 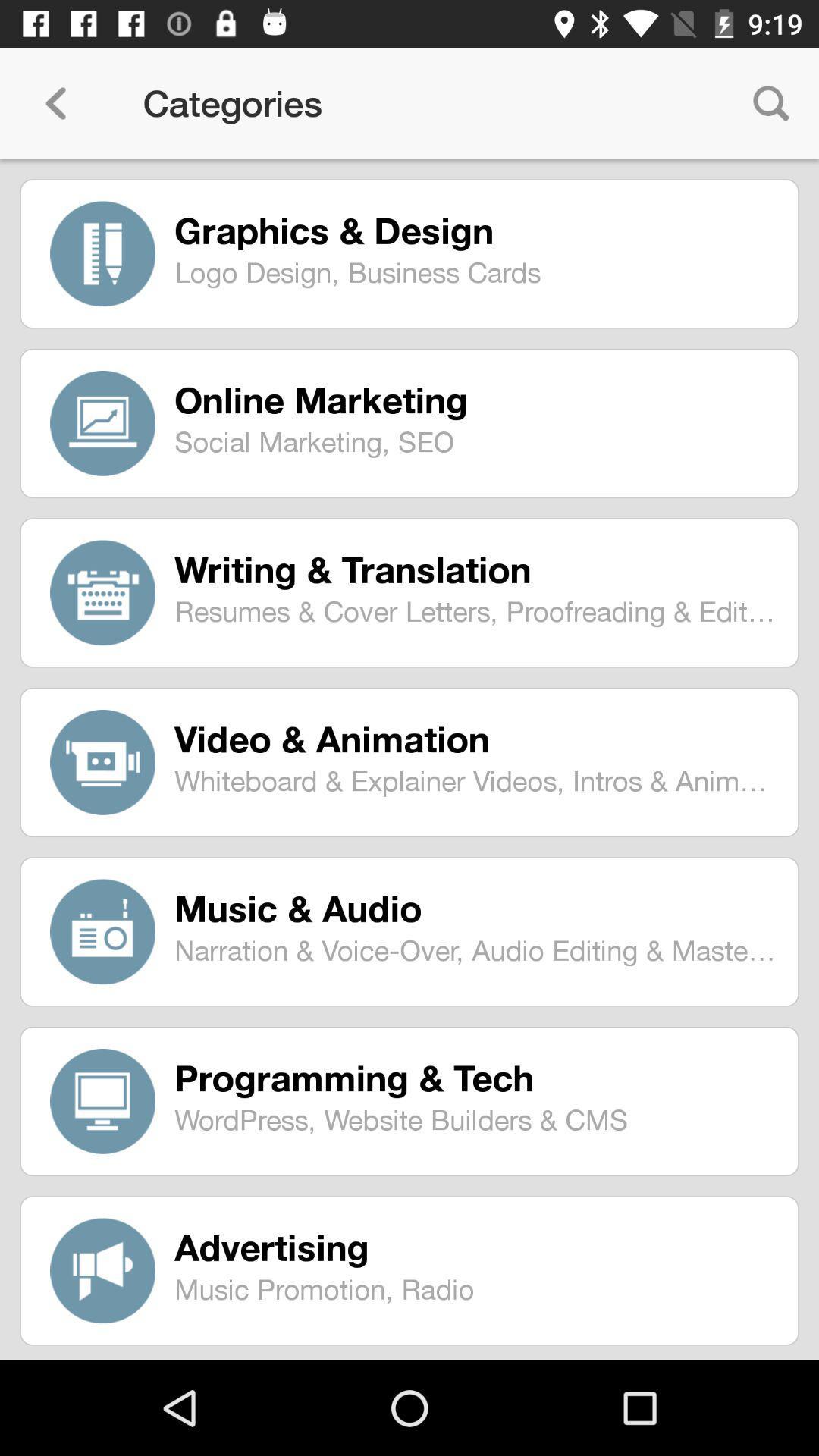 I want to click on the item to the left of the categories item, so click(x=55, y=102).